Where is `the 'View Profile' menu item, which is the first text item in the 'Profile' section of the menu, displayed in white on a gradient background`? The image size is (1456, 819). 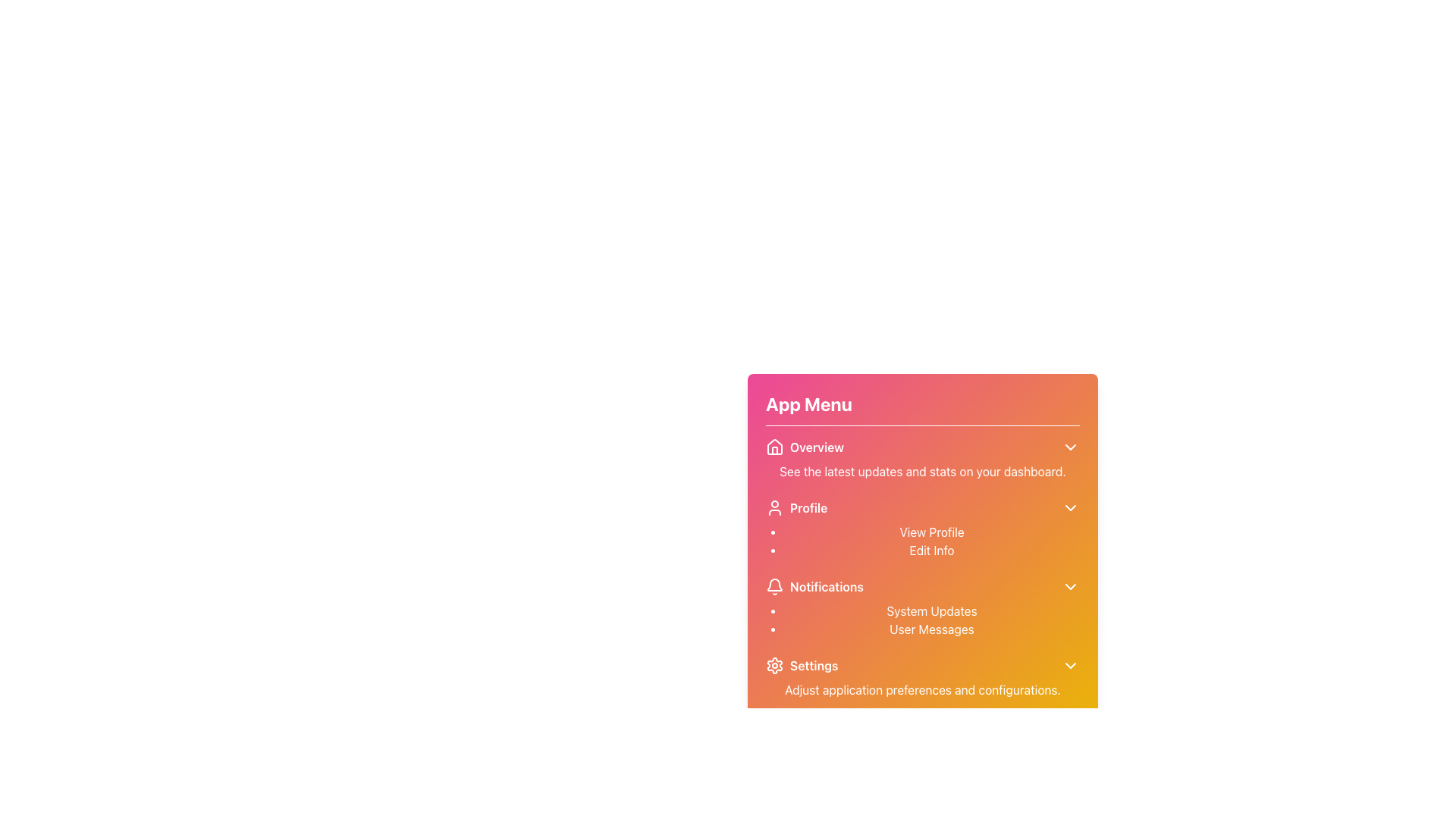 the 'View Profile' menu item, which is the first text item in the 'Profile' section of the menu, displayed in white on a gradient background is located at coordinates (930, 532).